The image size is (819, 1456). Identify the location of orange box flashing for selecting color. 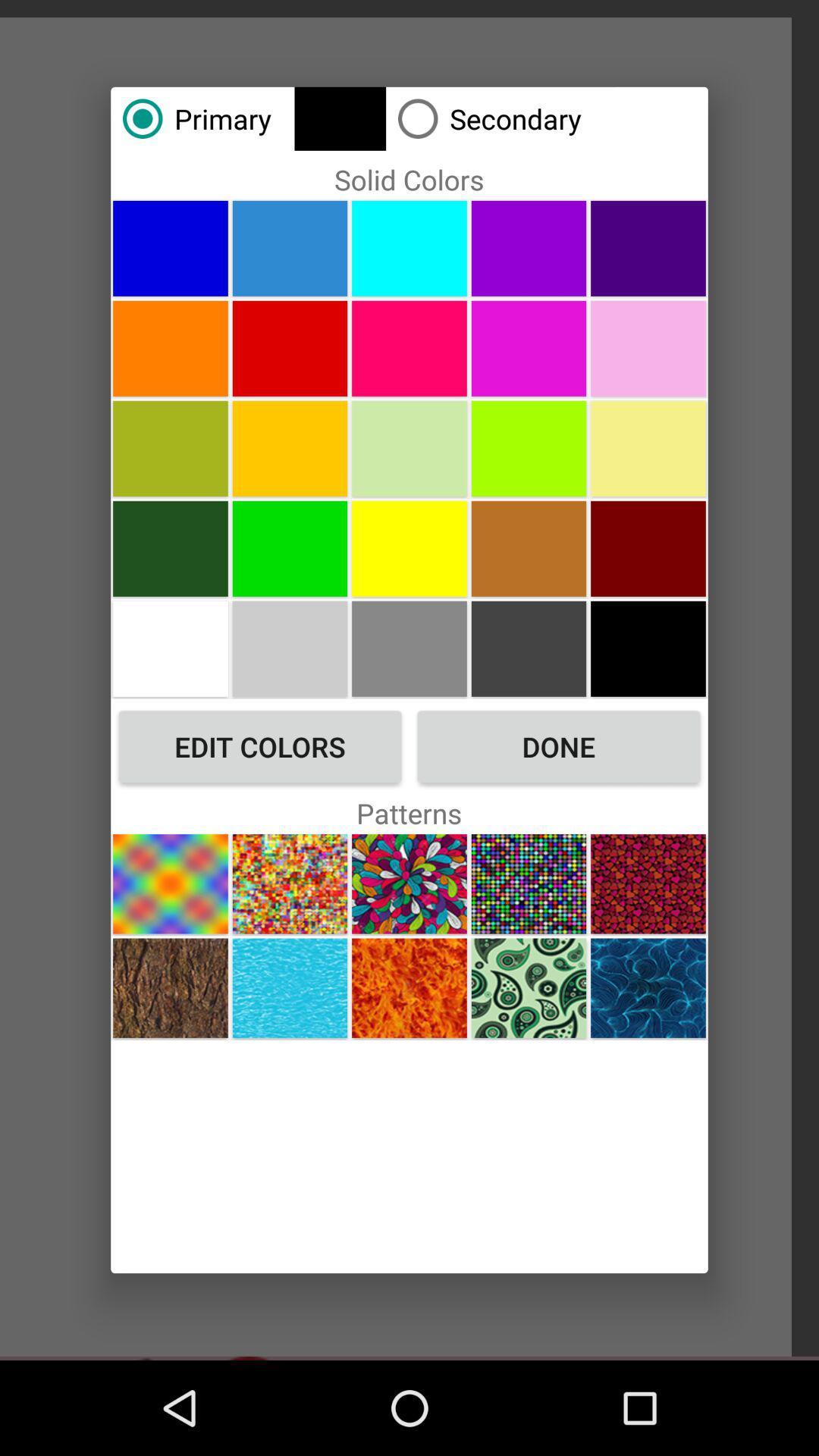
(170, 447).